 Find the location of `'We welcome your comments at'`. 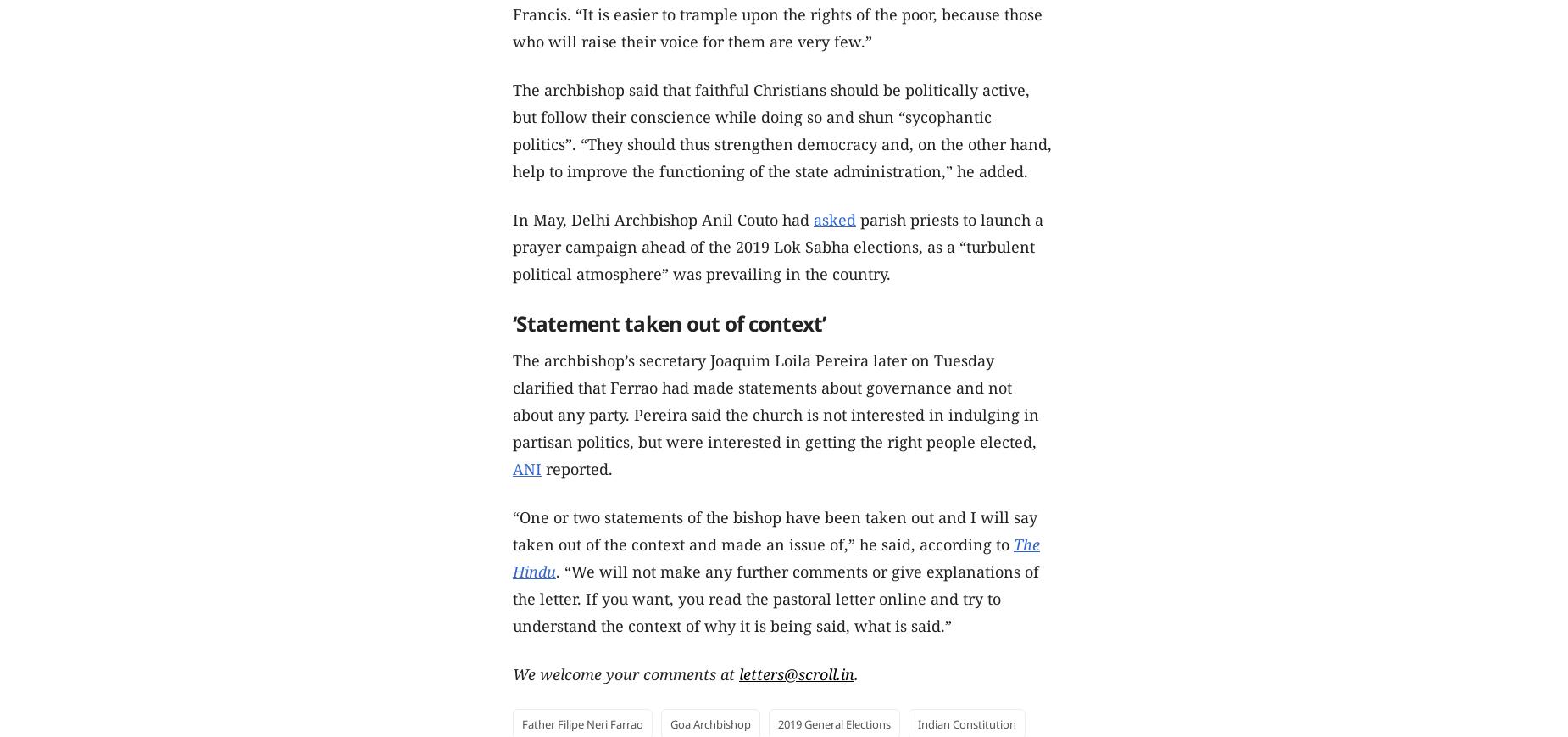

'We welcome your comments at' is located at coordinates (626, 673).